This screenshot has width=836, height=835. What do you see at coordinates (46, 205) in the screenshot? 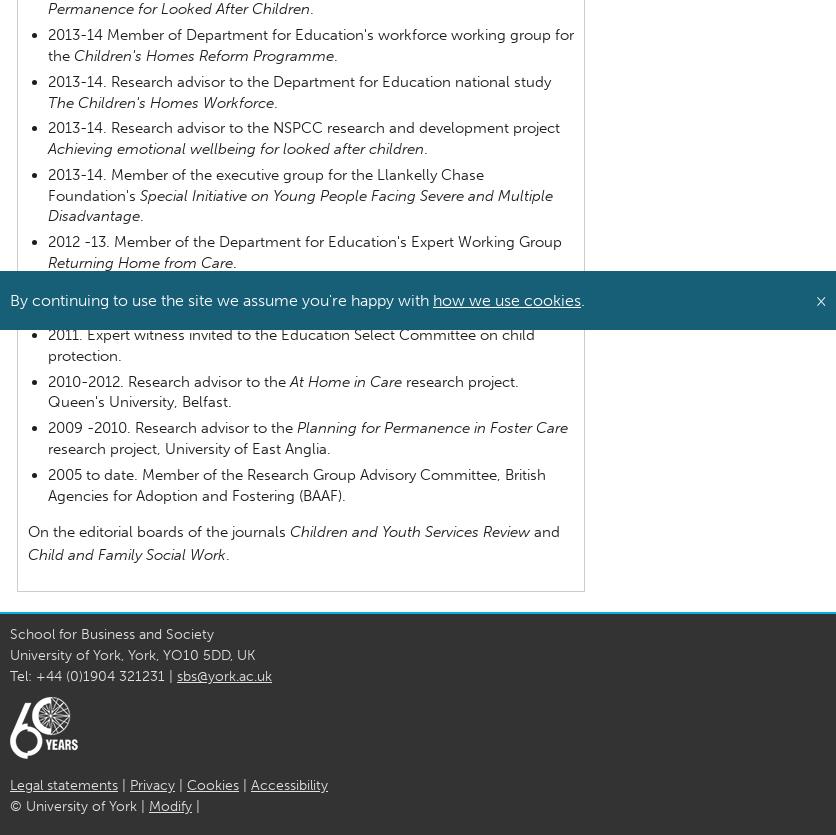
I see `'Special Initiative on Young People Facing Severe and Multiple Disadvantage'` at bounding box center [46, 205].